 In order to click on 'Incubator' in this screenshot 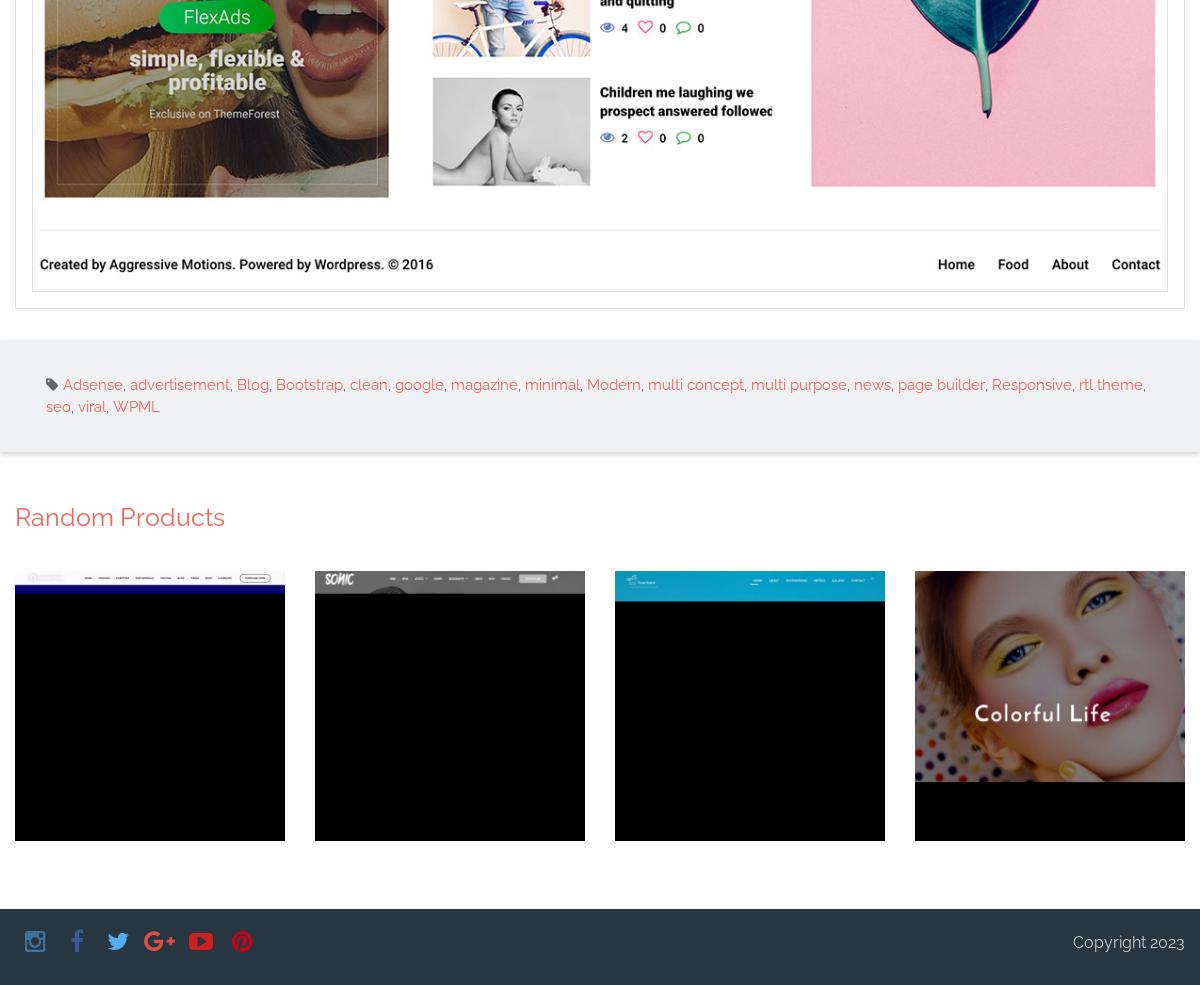, I will do `click(149, 699)`.